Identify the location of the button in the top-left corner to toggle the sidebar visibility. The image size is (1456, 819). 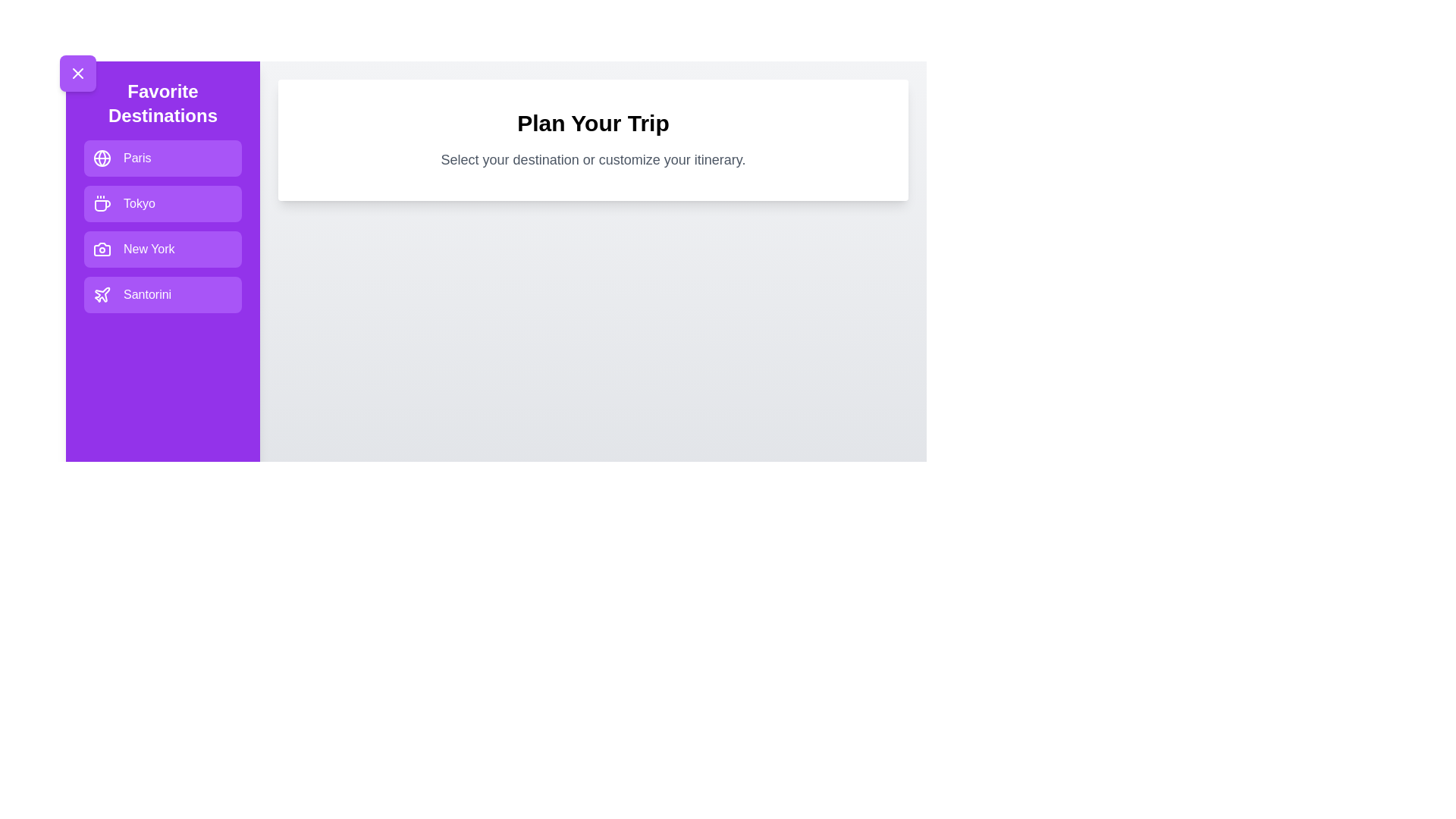
(77, 73).